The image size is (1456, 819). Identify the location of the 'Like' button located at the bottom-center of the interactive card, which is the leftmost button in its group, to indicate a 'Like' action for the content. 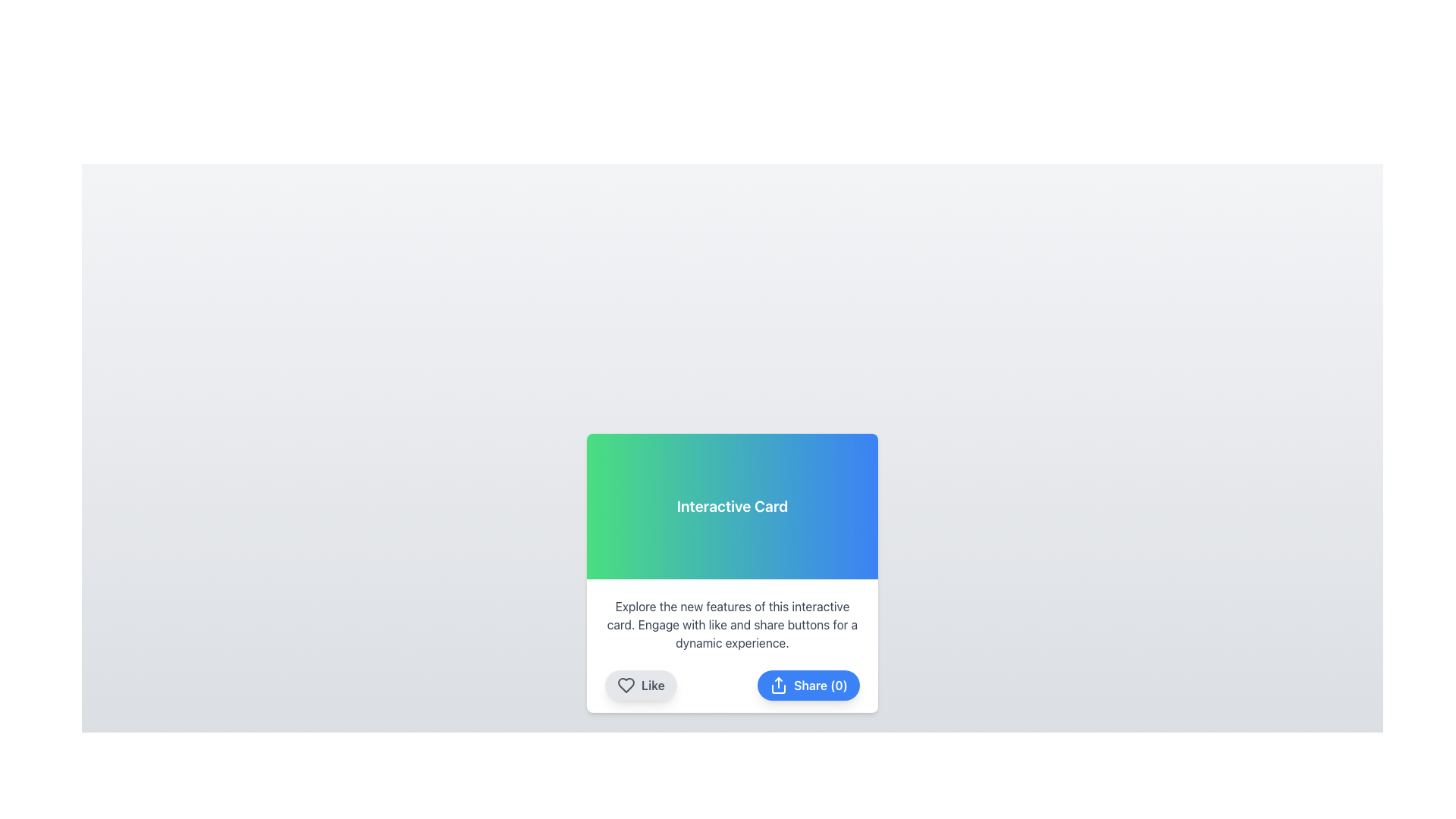
(641, 685).